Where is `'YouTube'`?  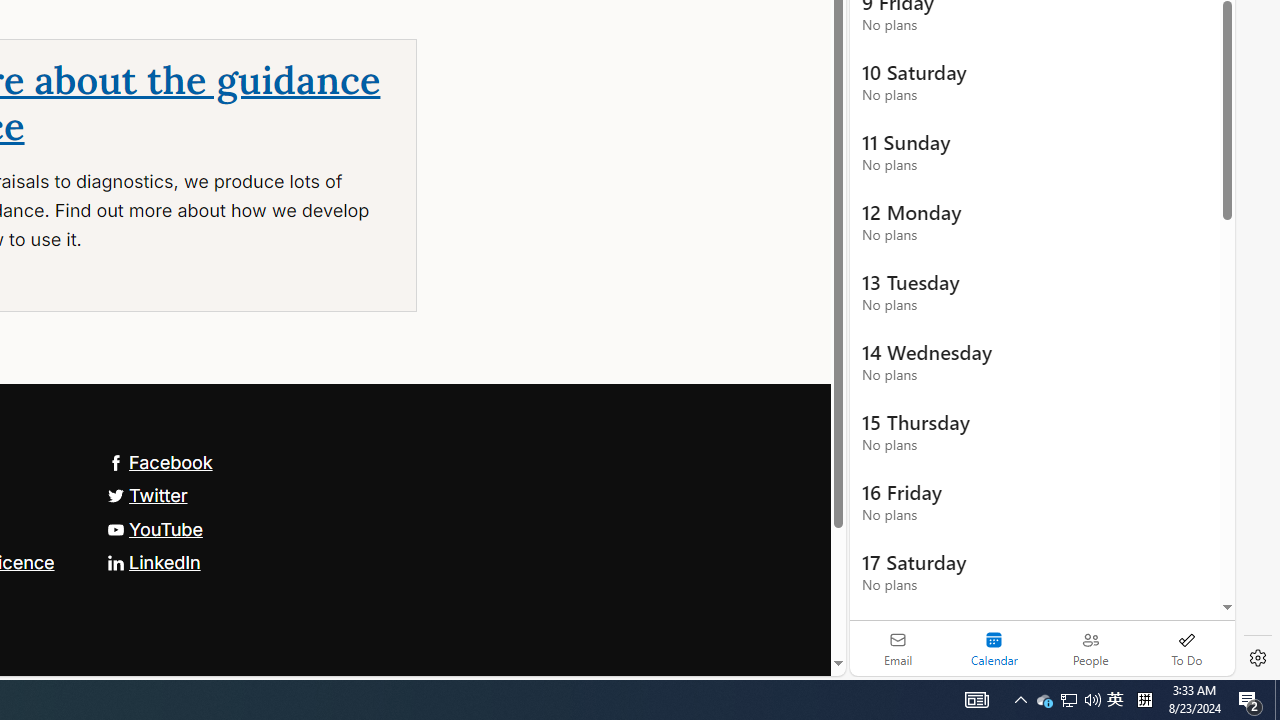
'YouTube' is located at coordinates (153, 527).